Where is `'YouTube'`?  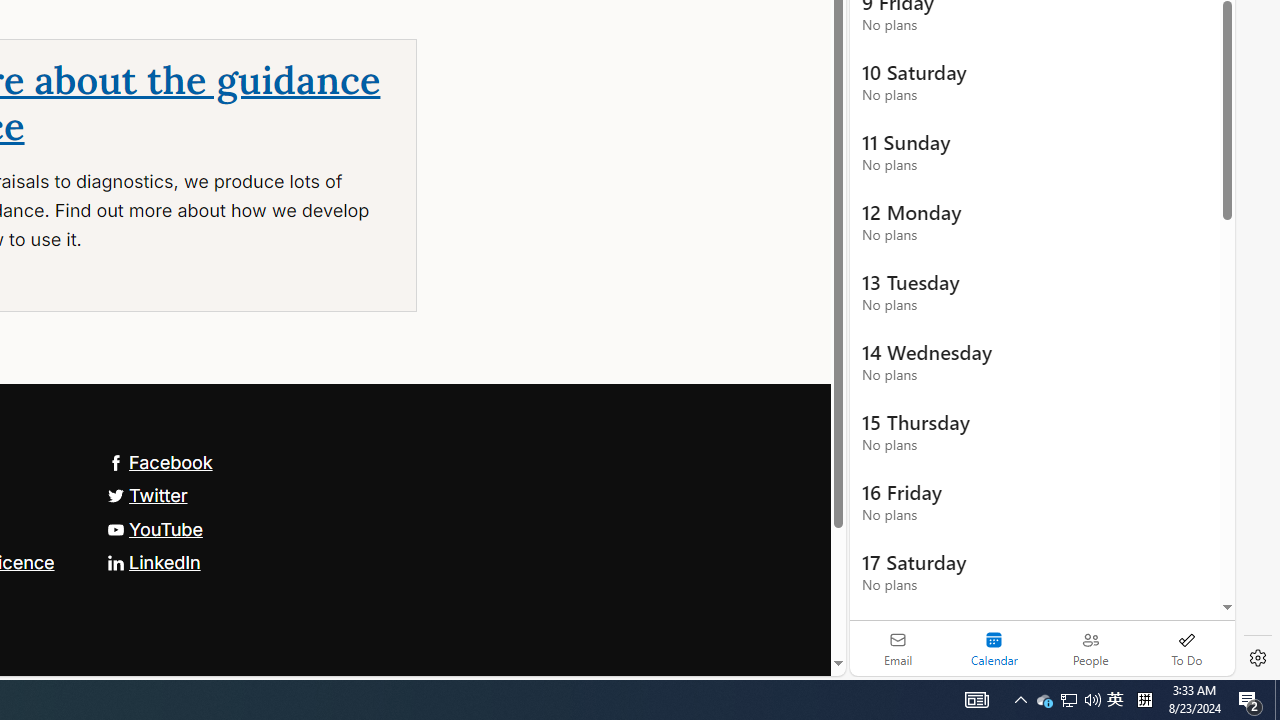
'YouTube' is located at coordinates (153, 527).